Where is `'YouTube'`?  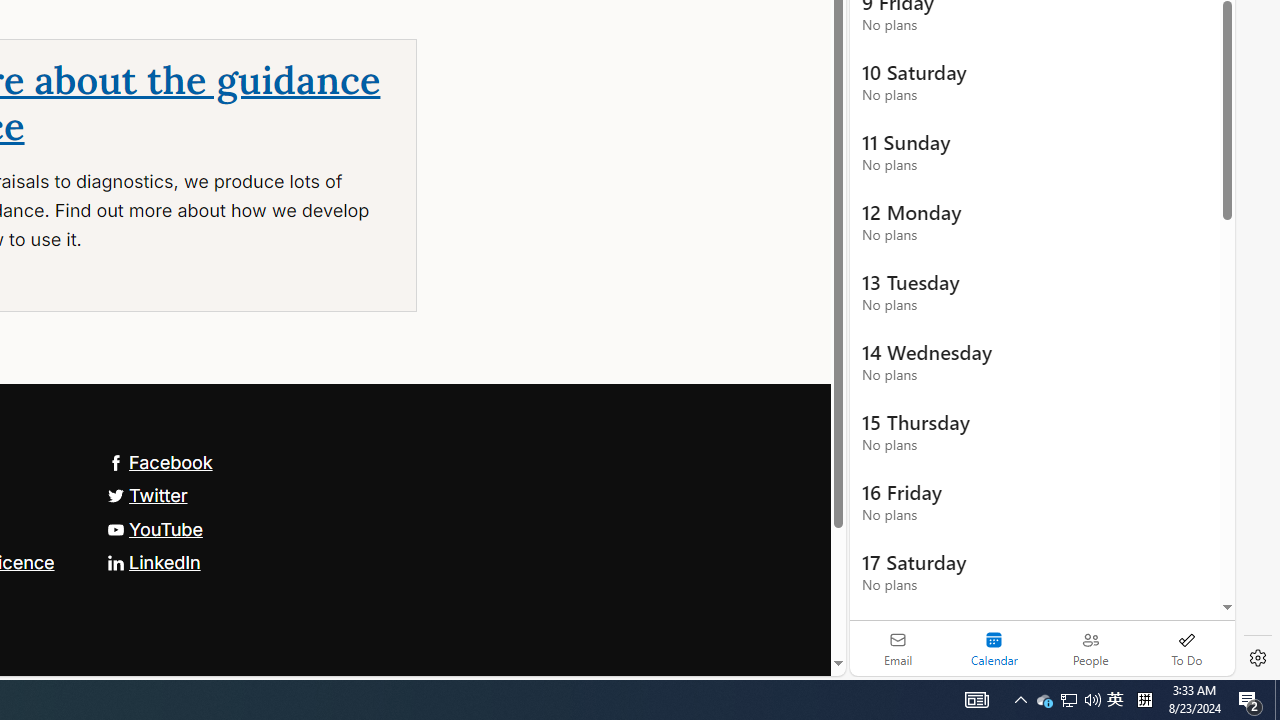
'YouTube' is located at coordinates (153, 527).